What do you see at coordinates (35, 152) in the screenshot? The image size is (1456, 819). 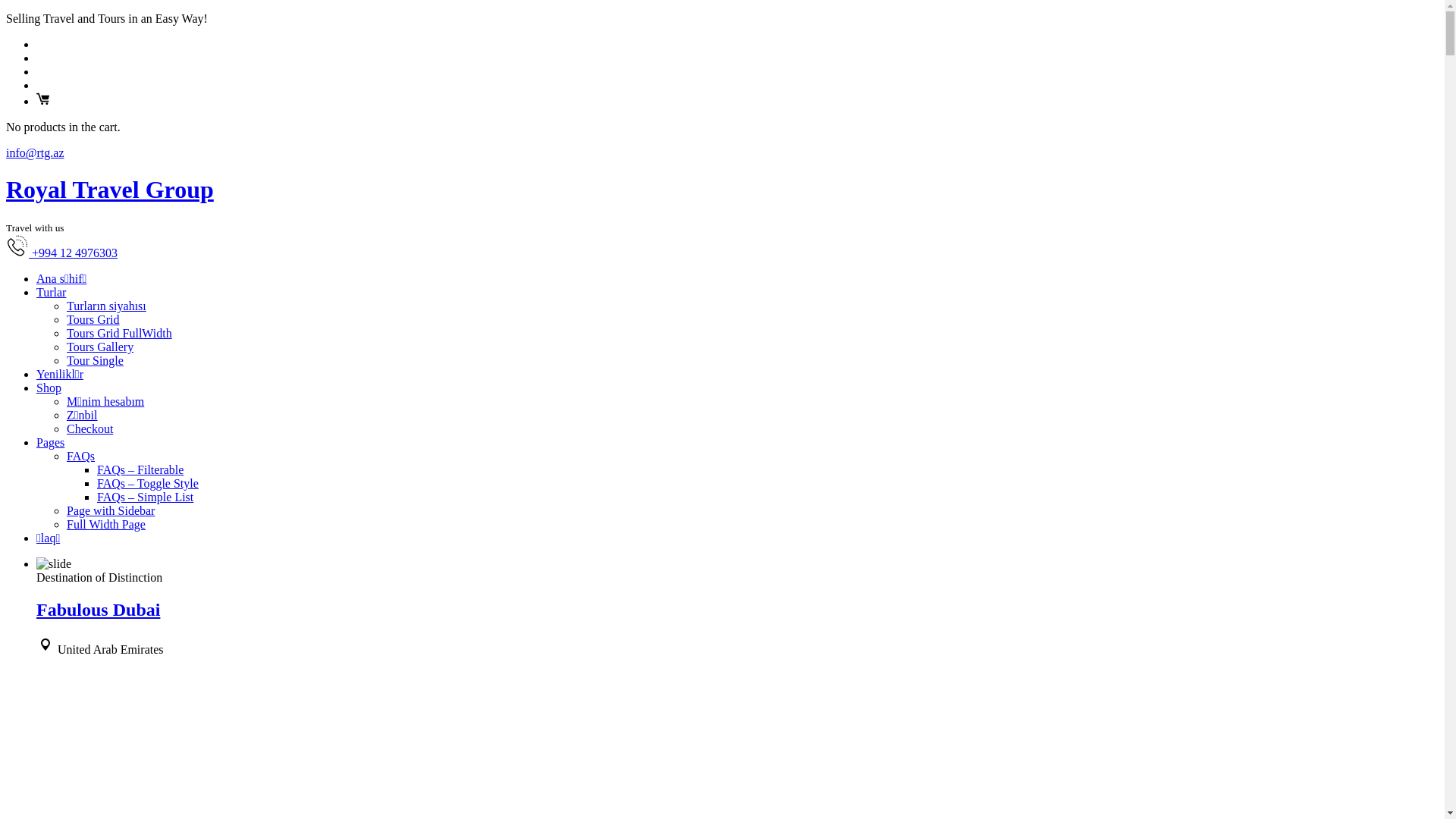 I see `'info@rtg.az'` at bounding box center [35, 152].